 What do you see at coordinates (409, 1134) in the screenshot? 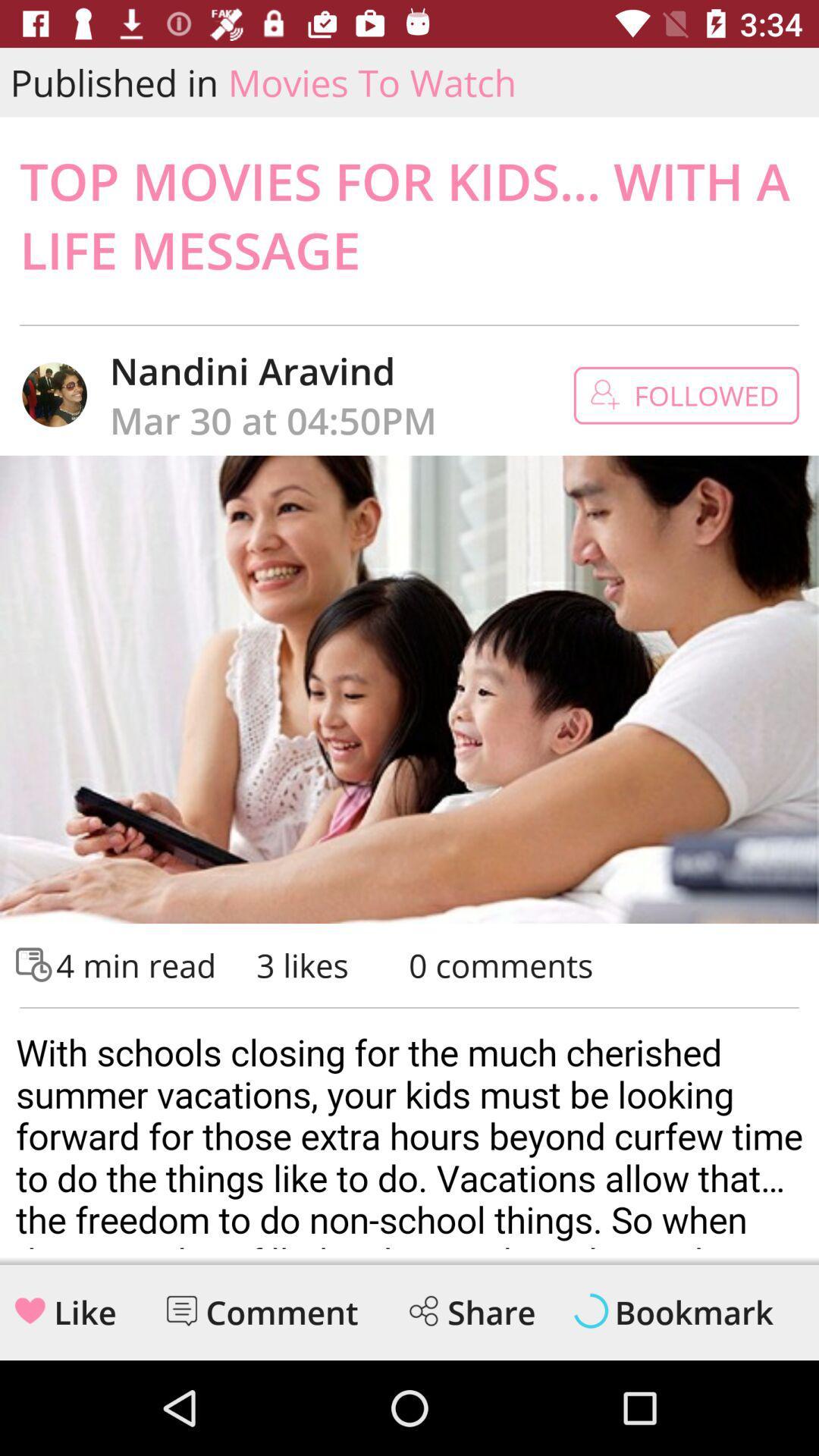
I see `description` at bounding box center [409, 1134].